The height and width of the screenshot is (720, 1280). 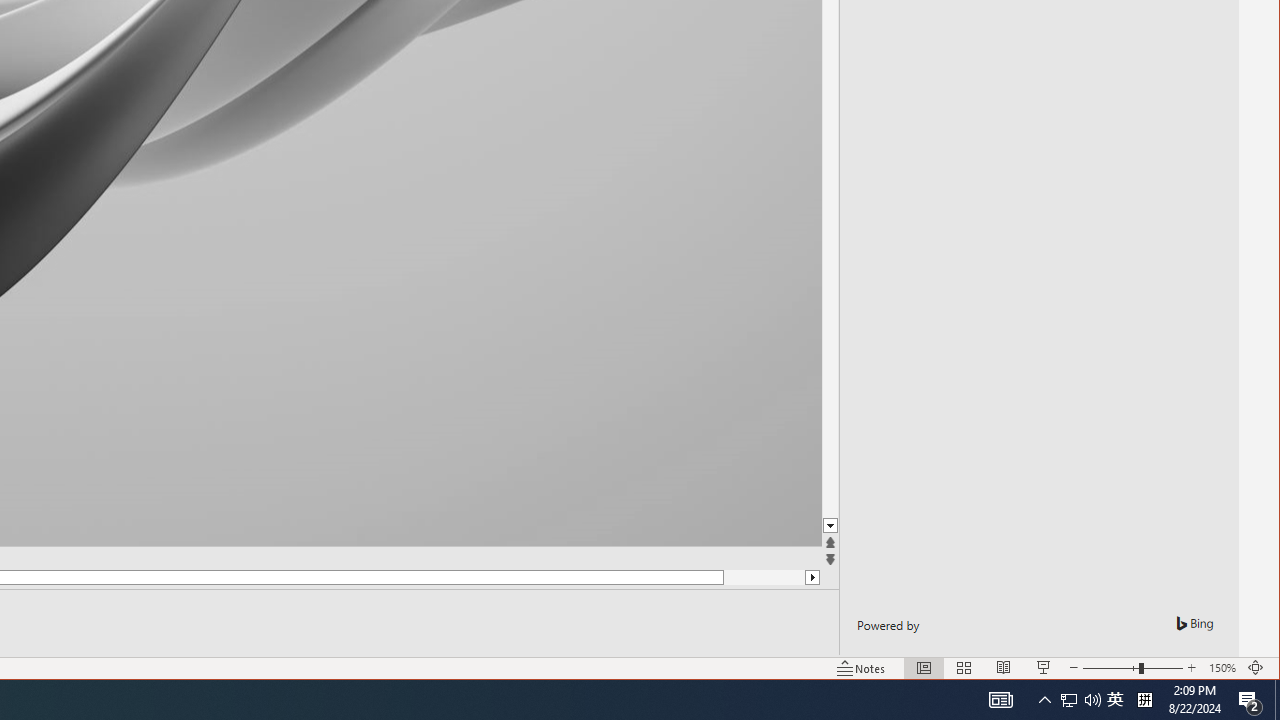 What do you see at coordinates (1079, 698) in the screenshot?
I see `'User Promoted Notification Area'` at bounding box center [1079, 698].